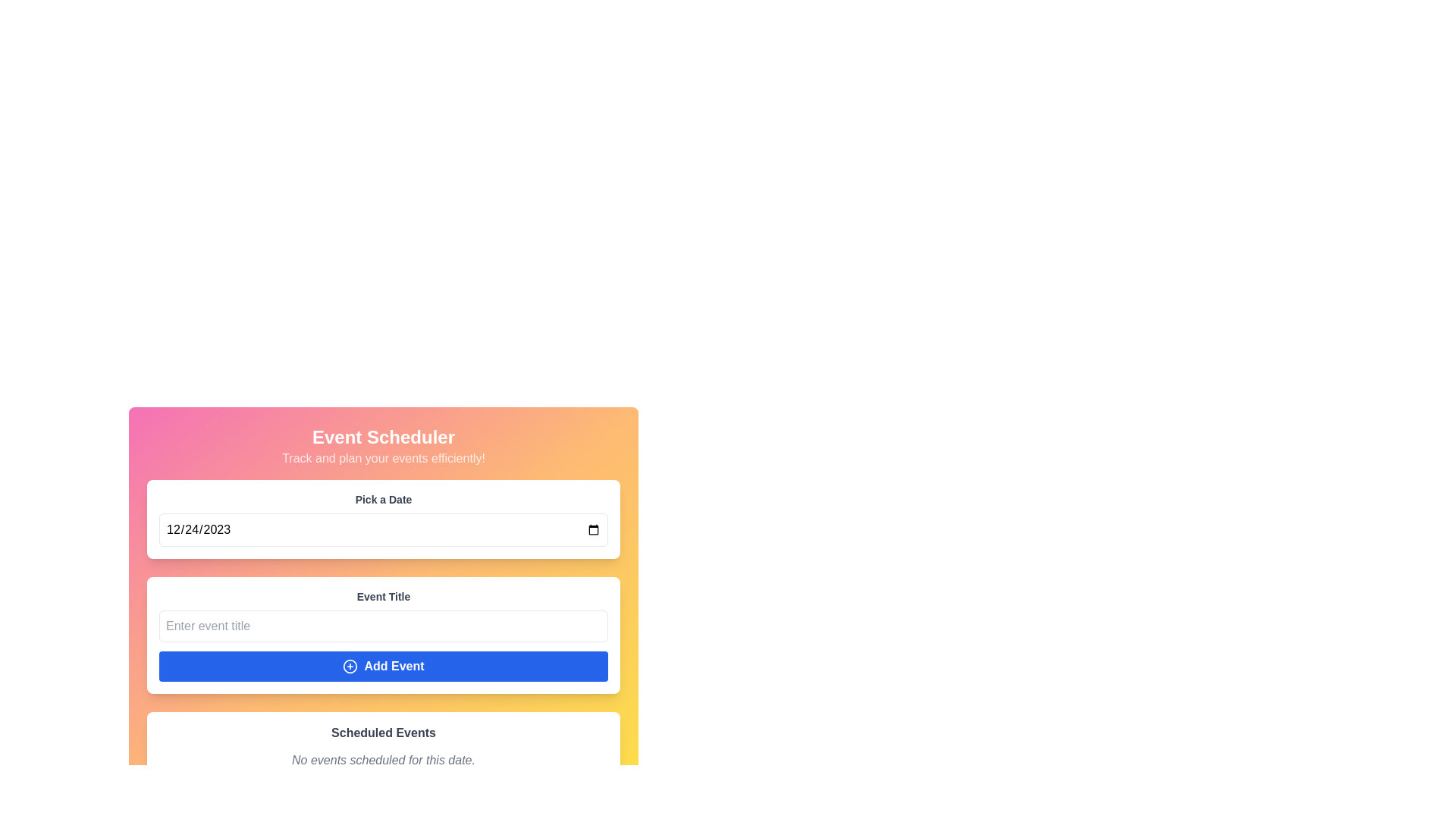 The height and width of the screenshot is (819, 1456). Describe the element at coordinates (383, 760) in the screenshot. I see `text segment that displays 'No events scheduled for this date.' located in the 'Scheduled Events' section, which is centered horizontally below the heading` at that location.